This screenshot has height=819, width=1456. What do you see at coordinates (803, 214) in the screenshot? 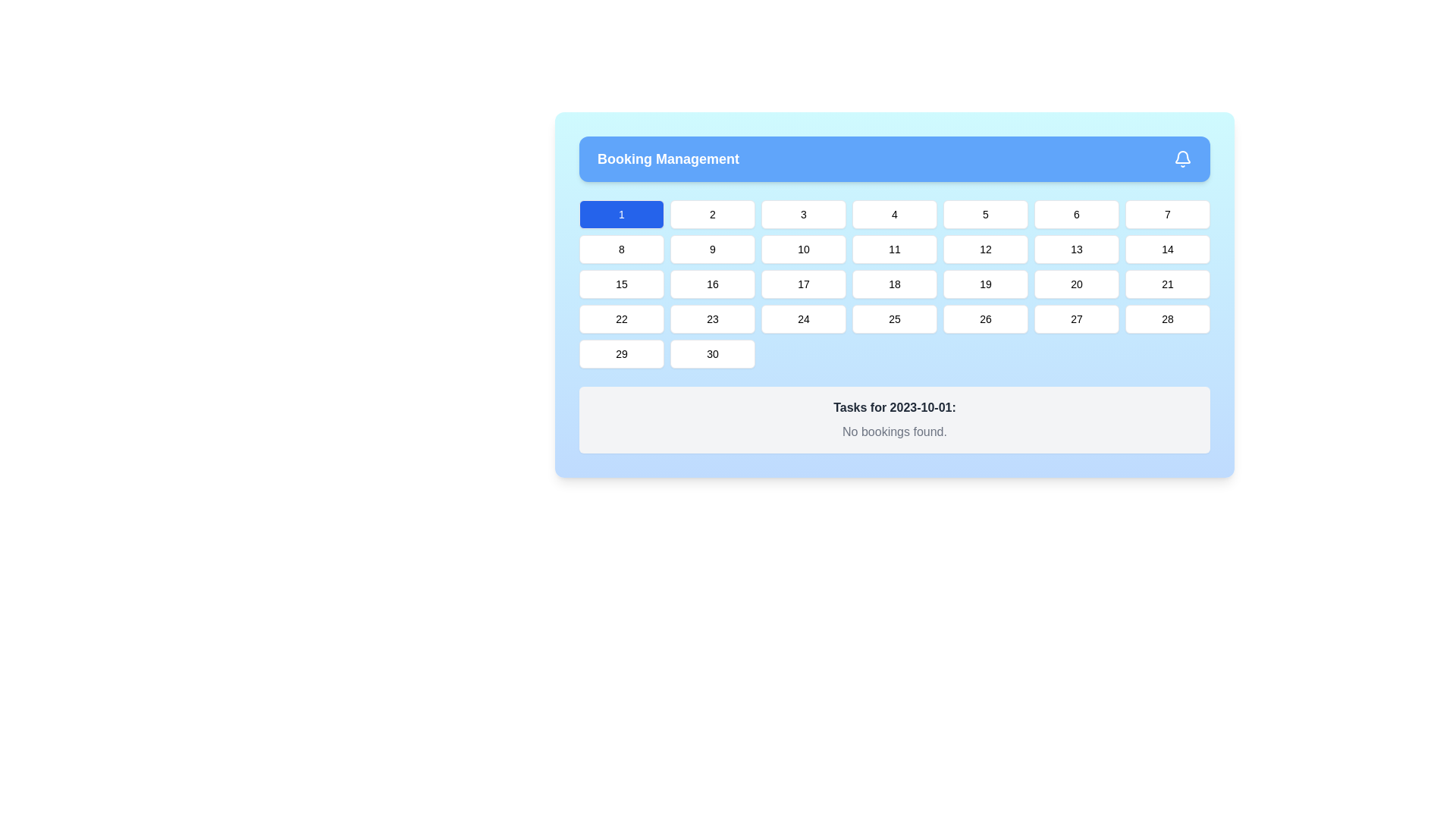
I see `the button representing the day in a calendar interface, located between the buttons labeled '2' and '4' in the first row of a 7-column grid layout` at bounding box center [803, 214].